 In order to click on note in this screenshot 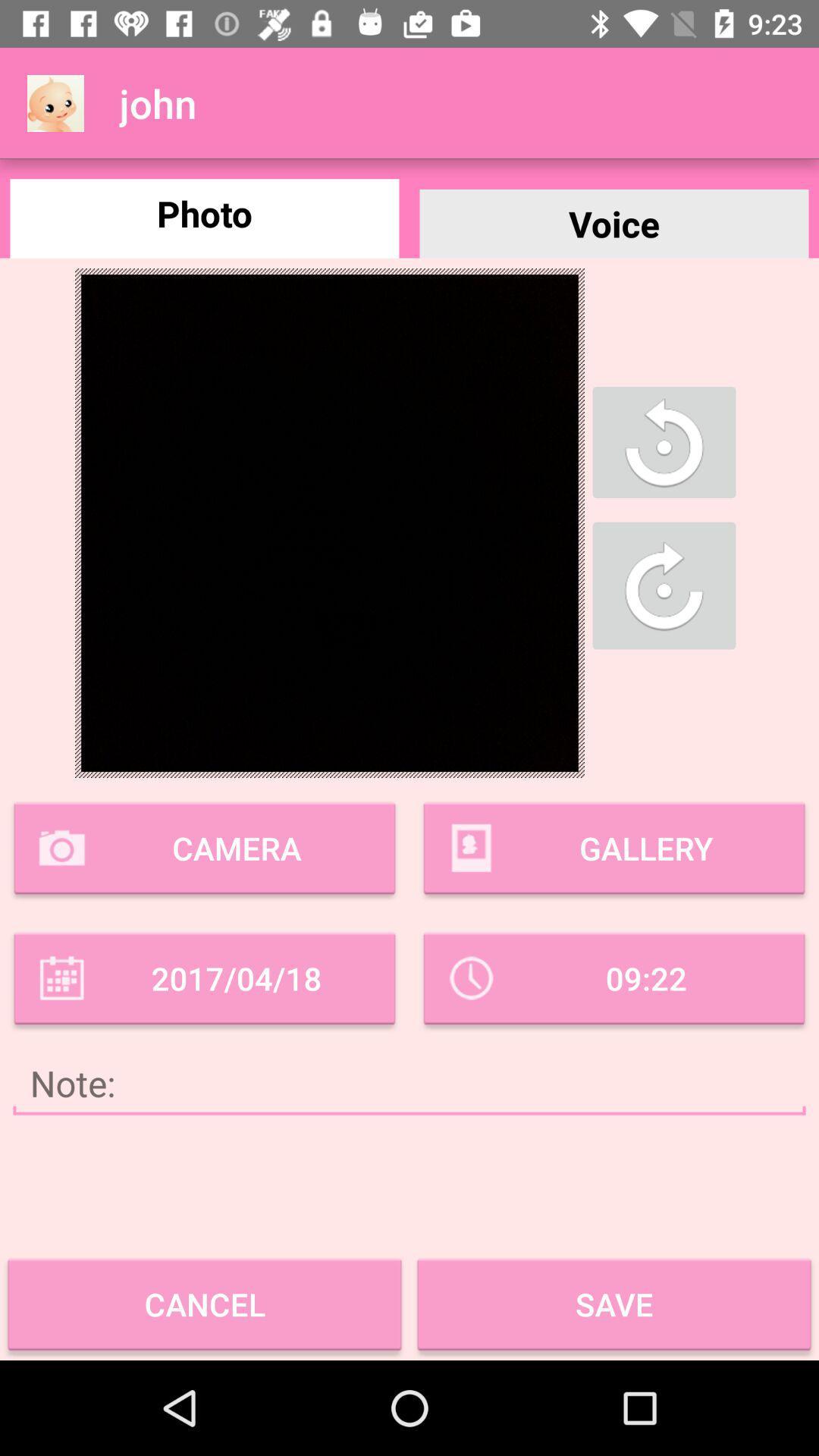, I will do `click(409, 1082)`.